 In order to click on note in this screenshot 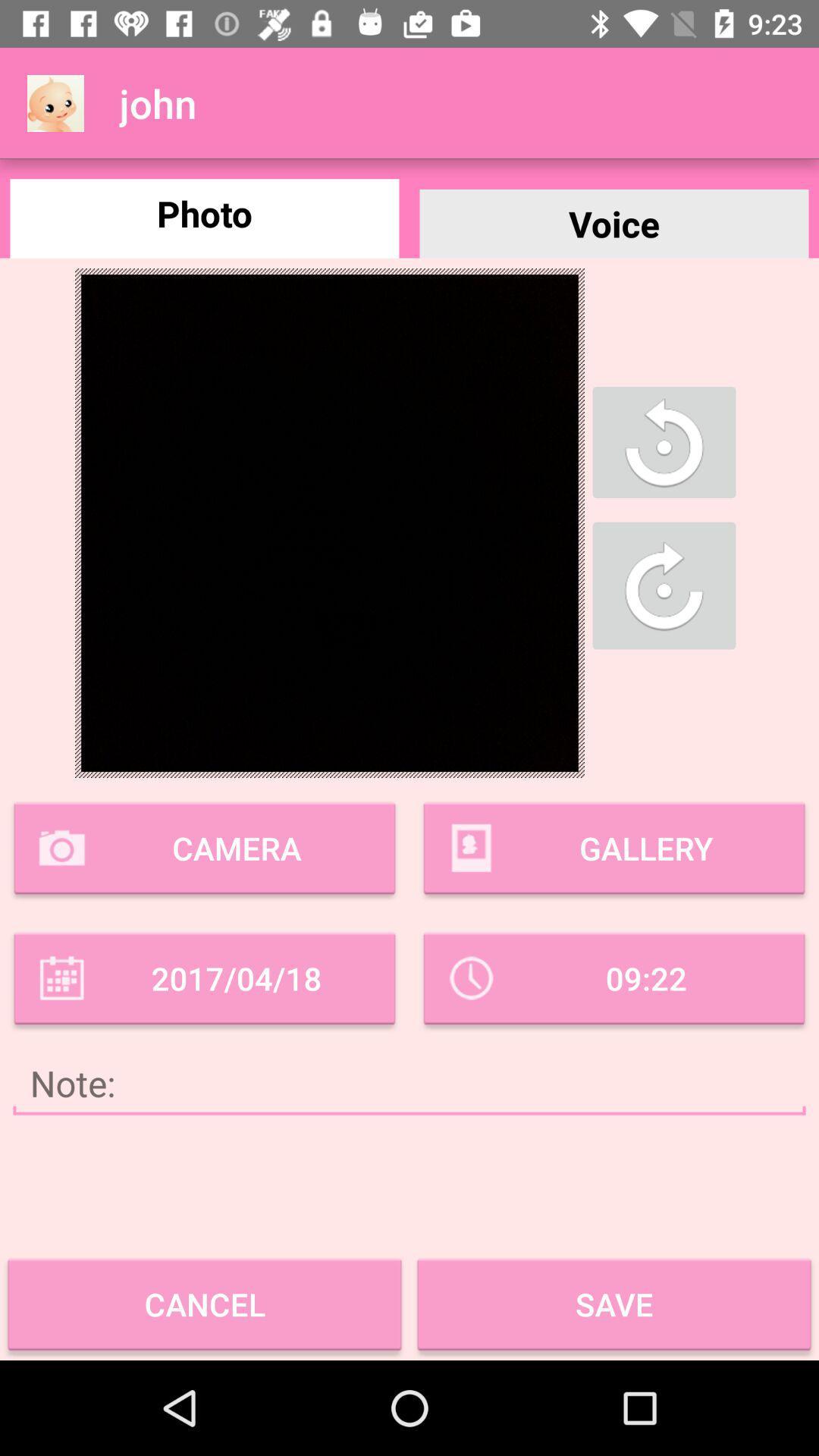, I will do `click(409, 1082)`.